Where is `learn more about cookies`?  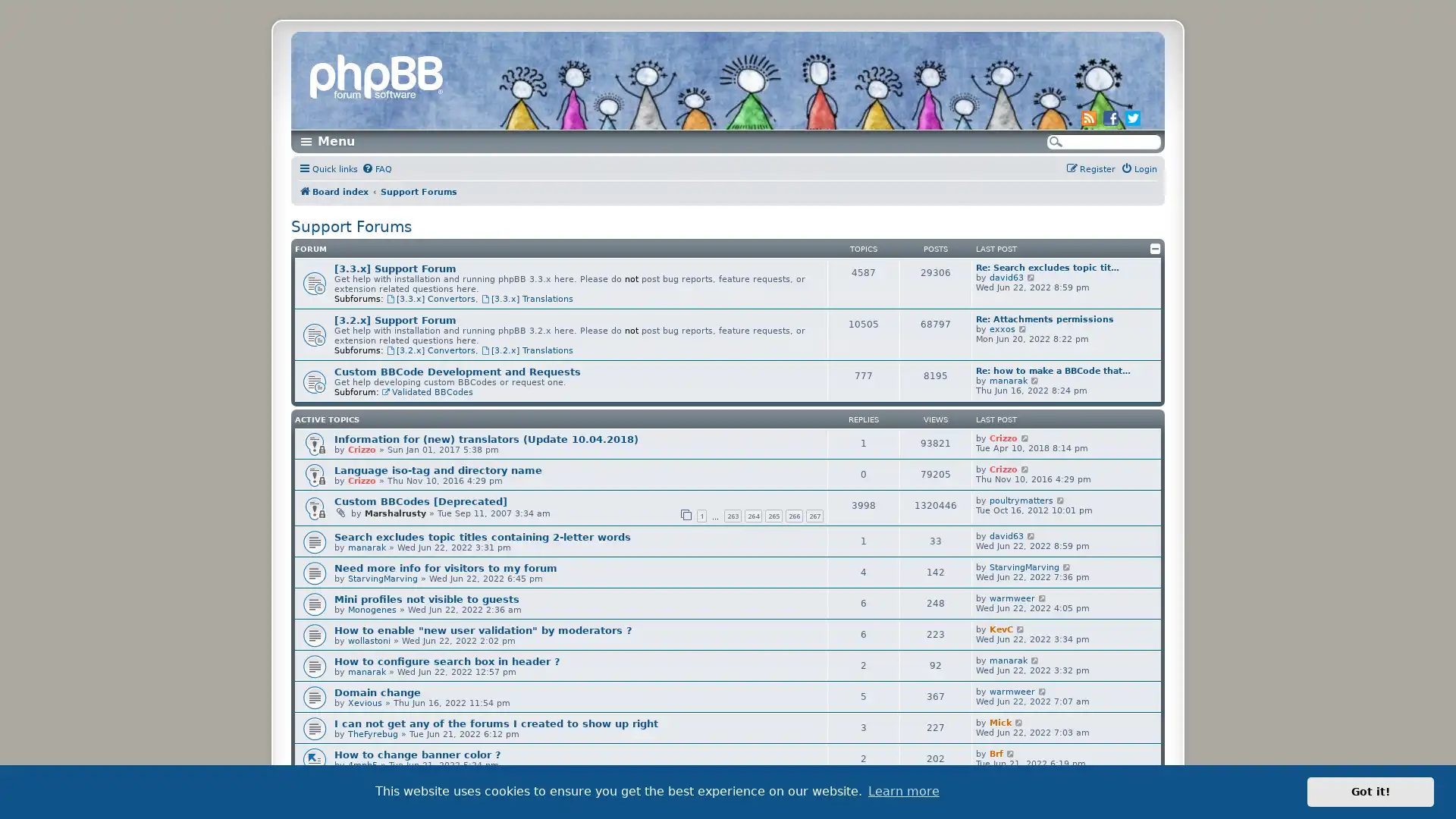 learn more about cookies is located at coordinates (903, 791).